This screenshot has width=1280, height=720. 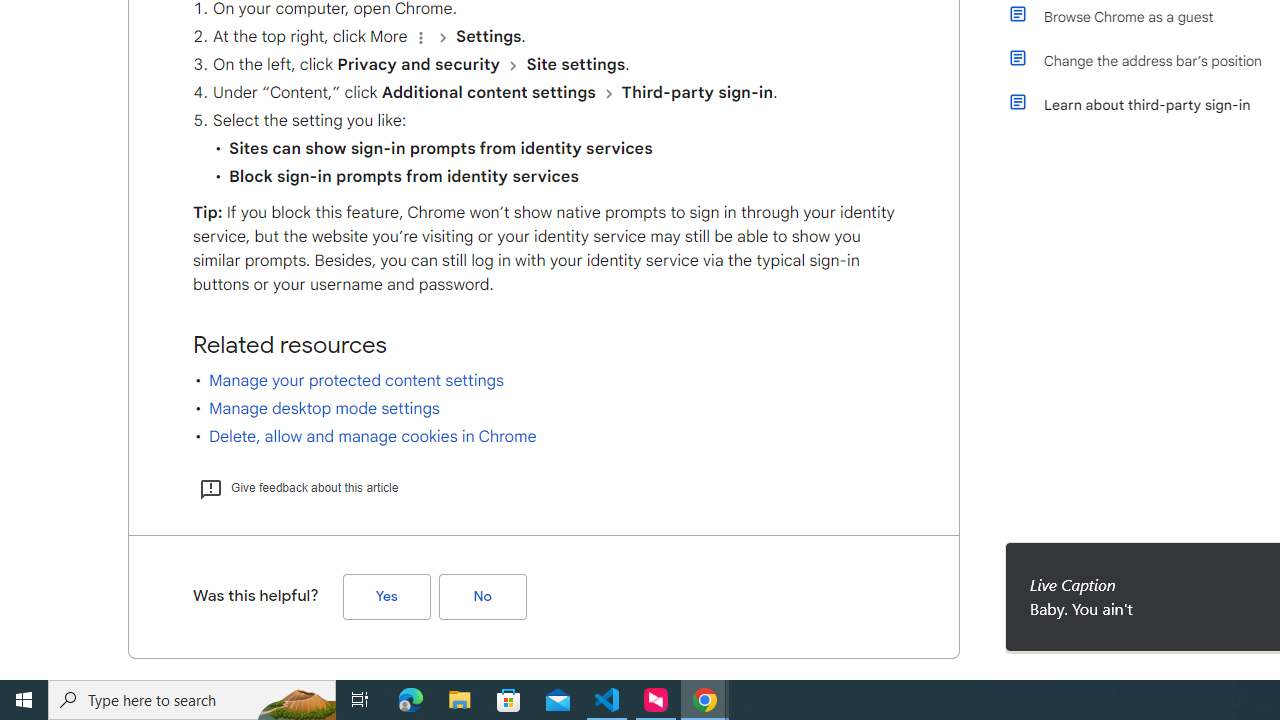 I want to click on 'No (Was this helpful?)', so click(x=482, y=595).